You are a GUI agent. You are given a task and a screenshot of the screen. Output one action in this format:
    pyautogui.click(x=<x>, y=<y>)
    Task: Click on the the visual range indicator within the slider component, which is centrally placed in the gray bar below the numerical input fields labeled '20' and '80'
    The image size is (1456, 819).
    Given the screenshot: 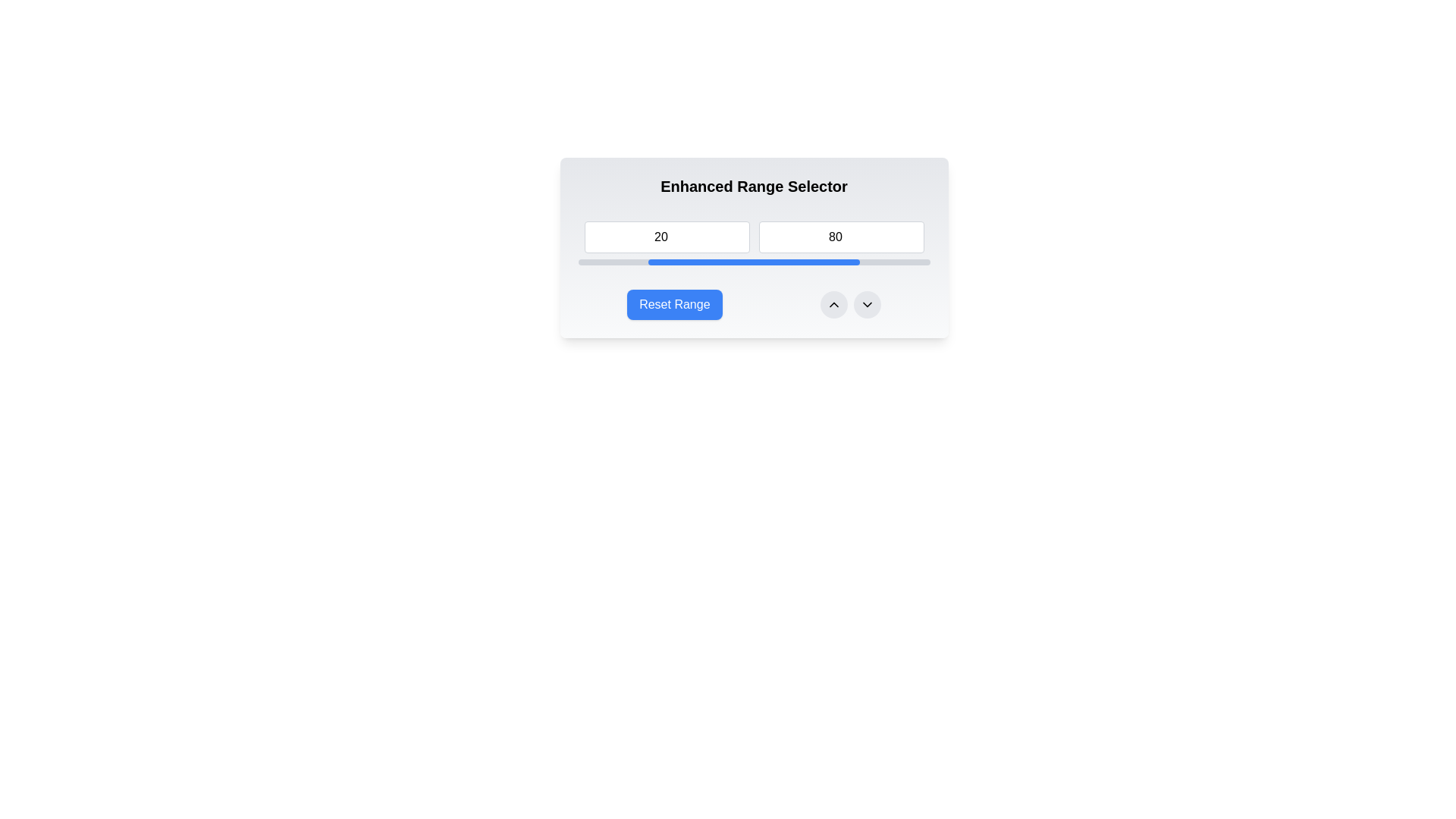 What is the action you would take?
    pyautogui.click(x=754, y=262)
    